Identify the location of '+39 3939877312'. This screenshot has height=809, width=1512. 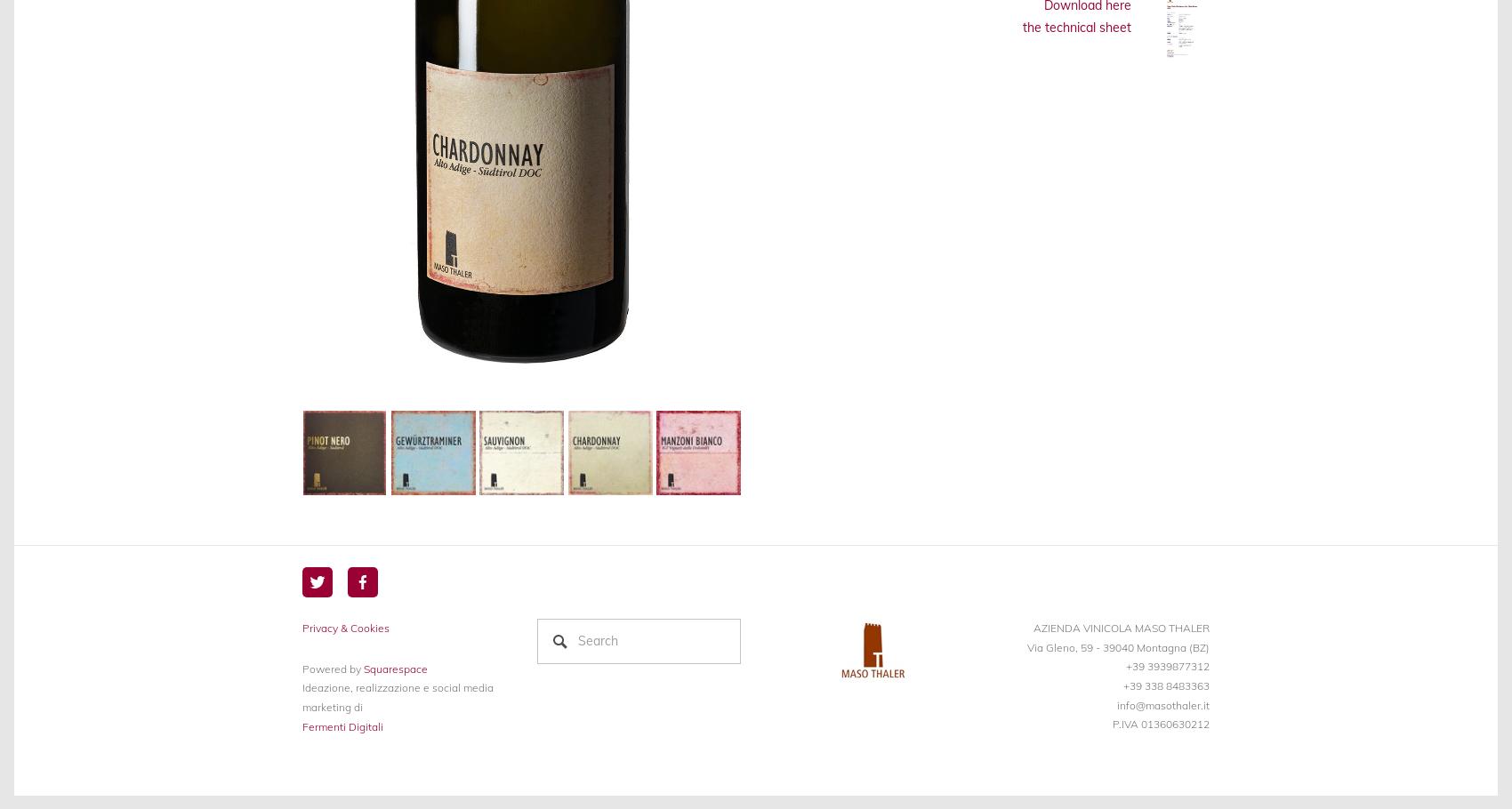
(1168, 666).